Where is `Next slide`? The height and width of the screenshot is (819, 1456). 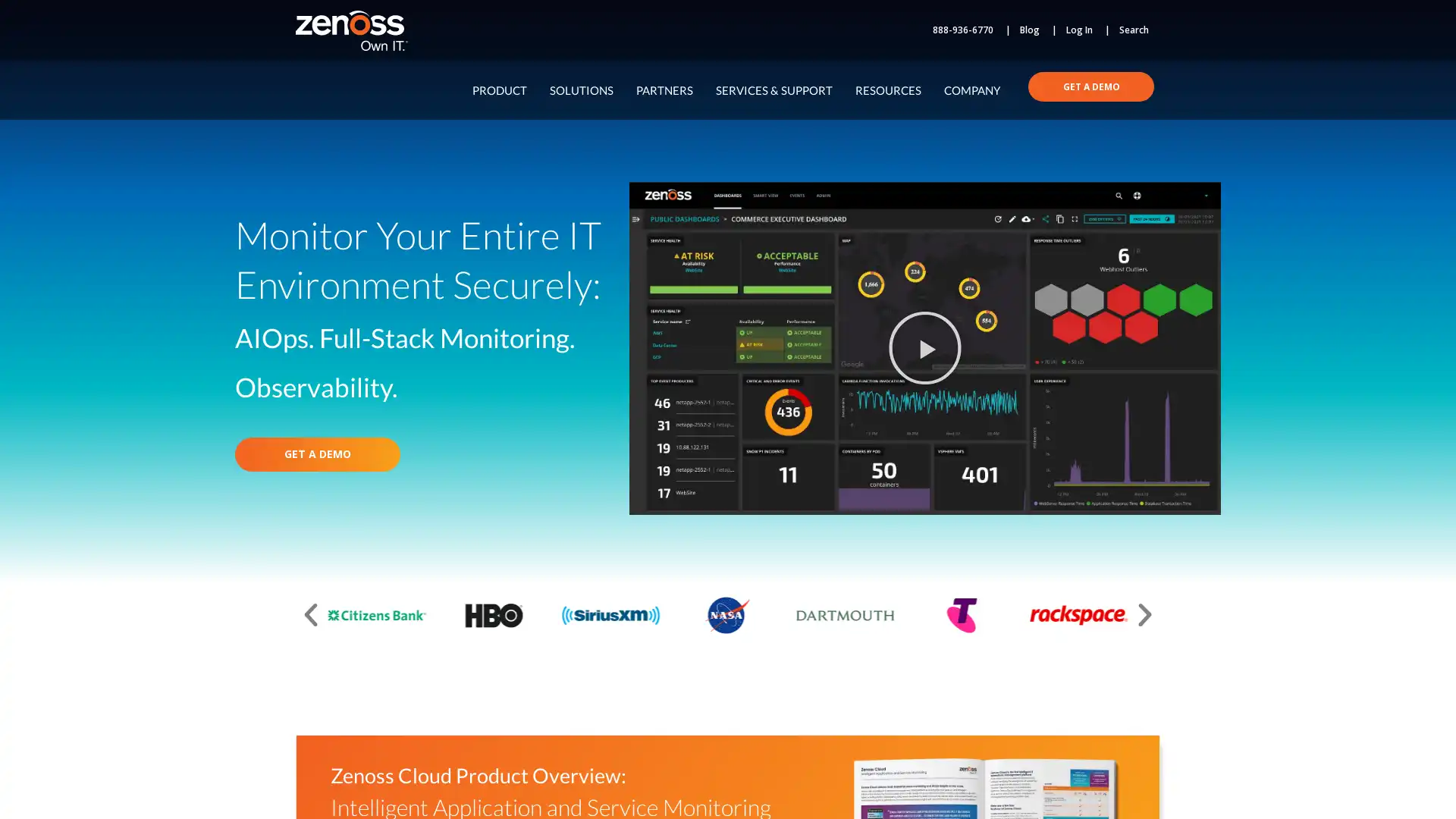 Next slide is located at coordinates (1145, 614).